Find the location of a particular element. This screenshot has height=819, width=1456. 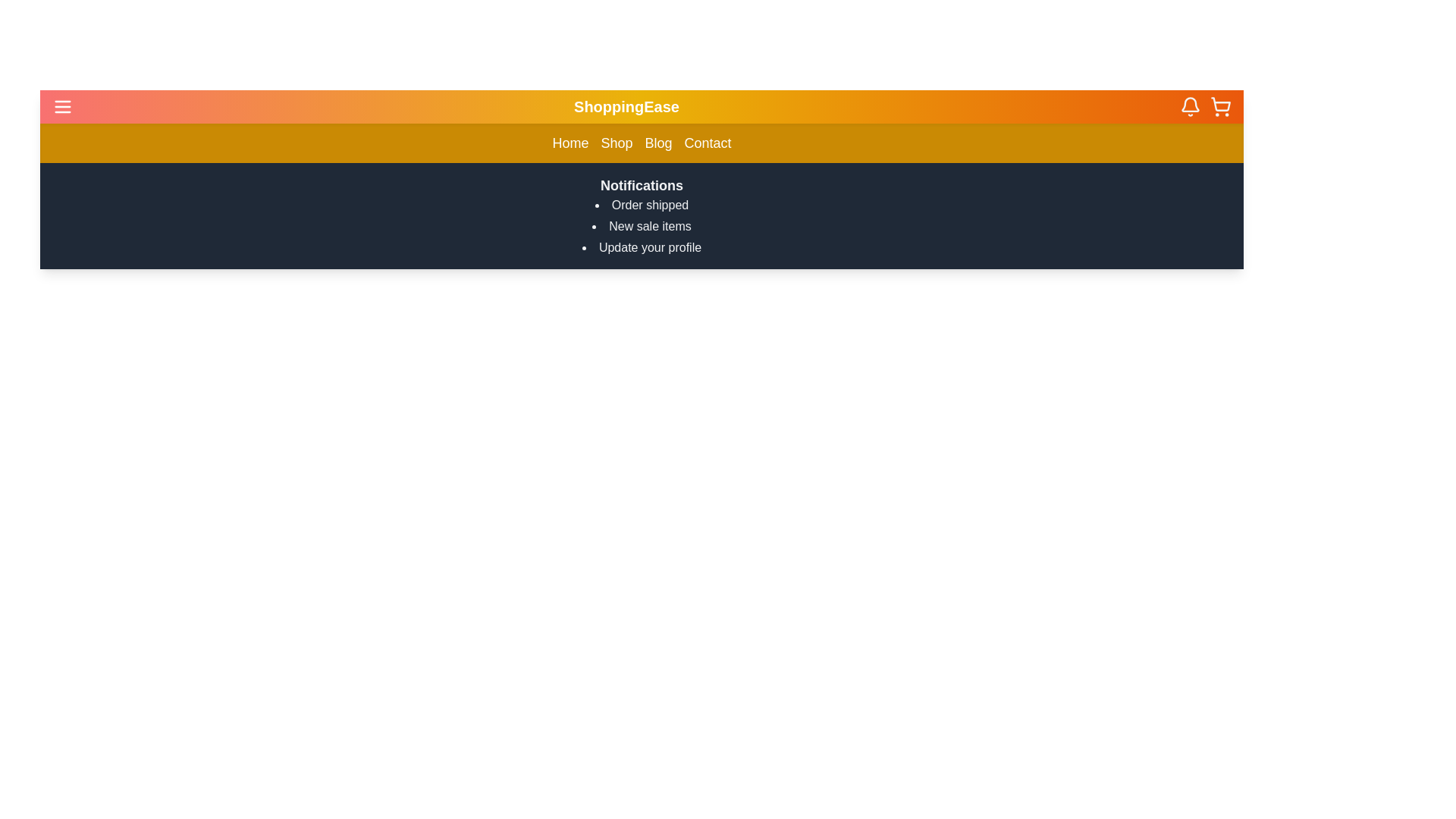

the shopping cart icon button located in the upper right corner of the navigation bar to trigger a tooltip or visual effect is located at coordinates (1221, 103).